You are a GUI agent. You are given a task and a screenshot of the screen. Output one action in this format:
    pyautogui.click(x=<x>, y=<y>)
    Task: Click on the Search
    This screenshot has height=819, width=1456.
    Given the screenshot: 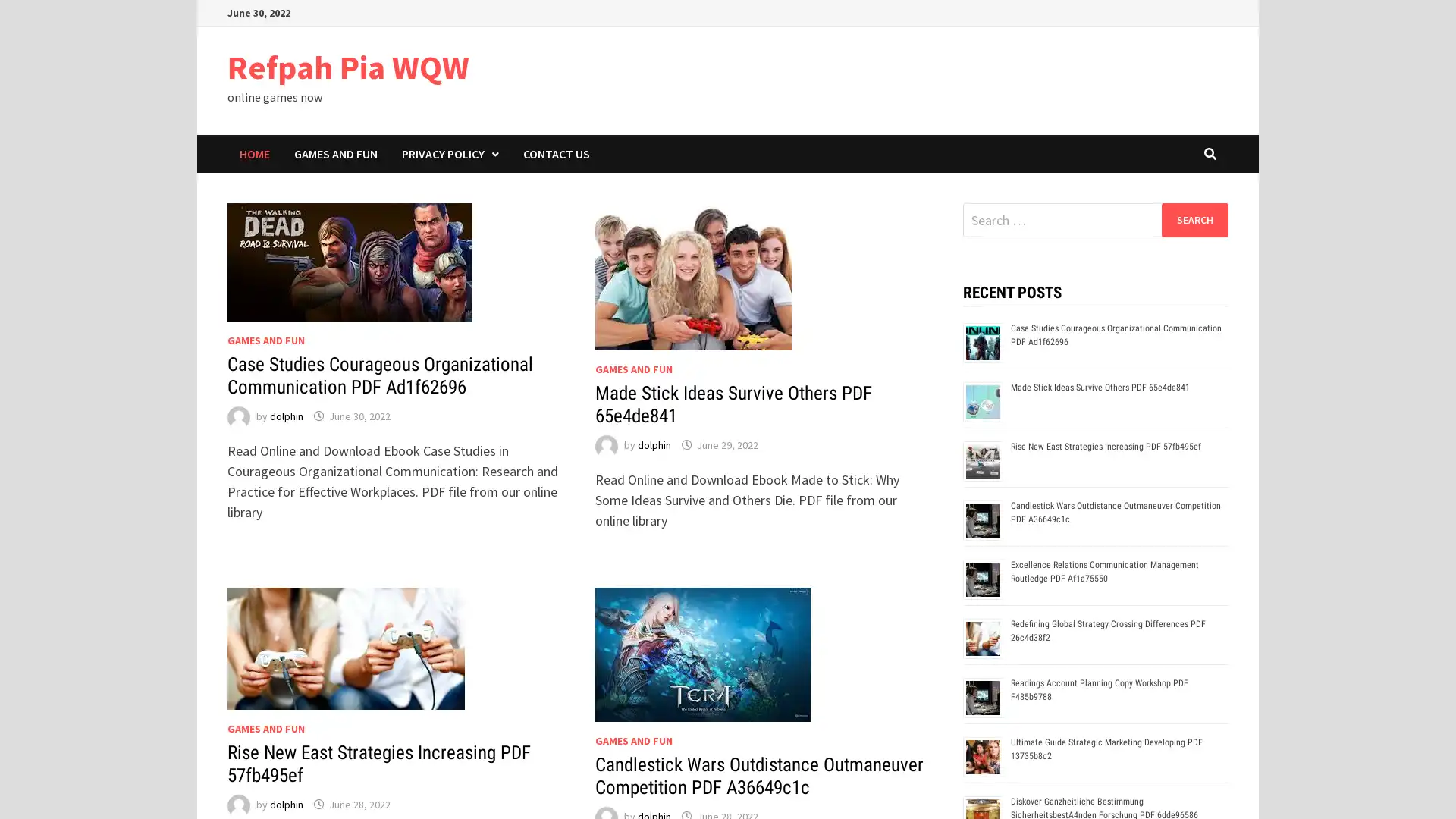 What is the action you would take?
    pyautogui.click(x=1194, y=219)
    